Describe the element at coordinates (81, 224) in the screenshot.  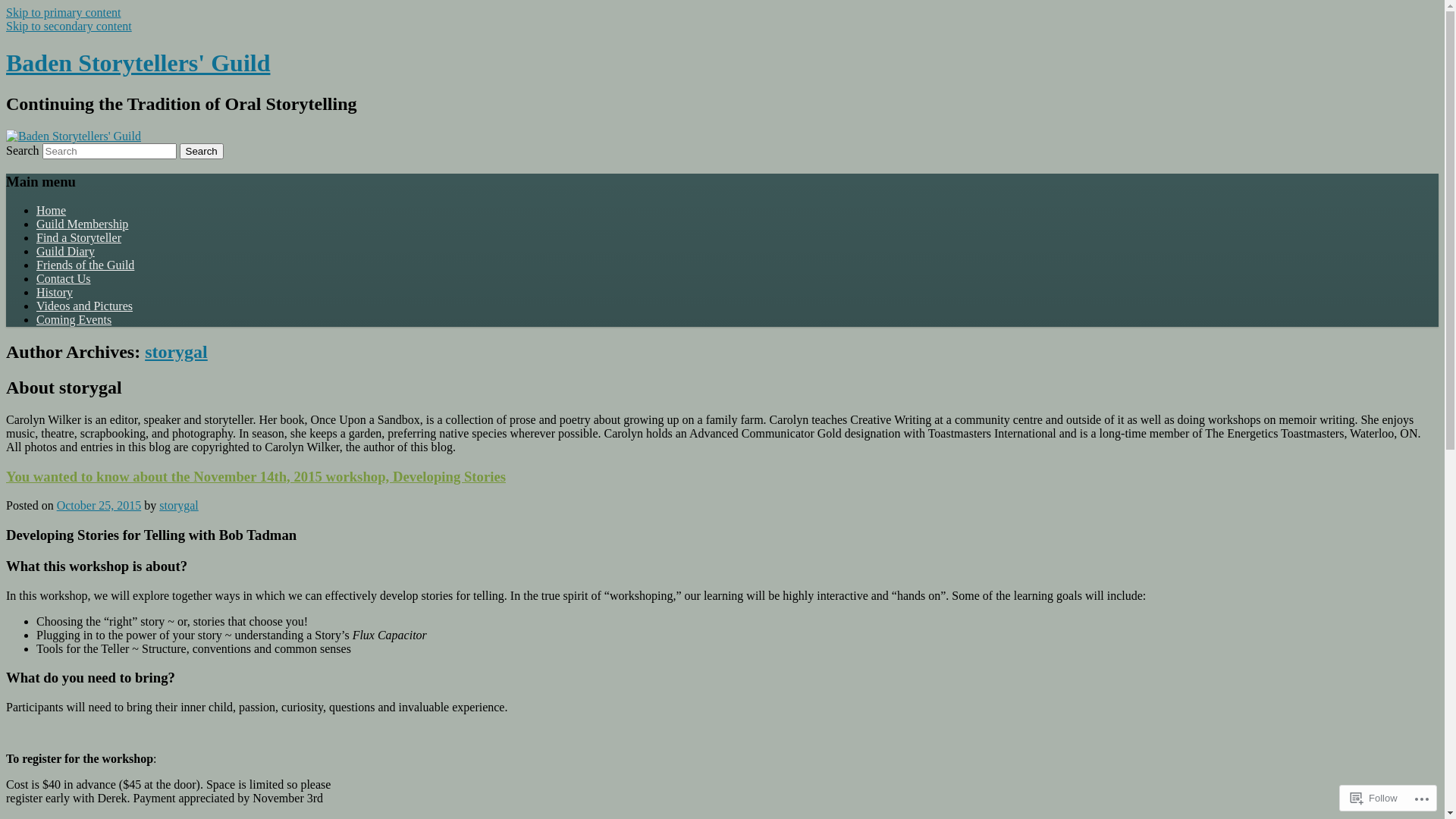
I see `'Guild Membership'` at that location.